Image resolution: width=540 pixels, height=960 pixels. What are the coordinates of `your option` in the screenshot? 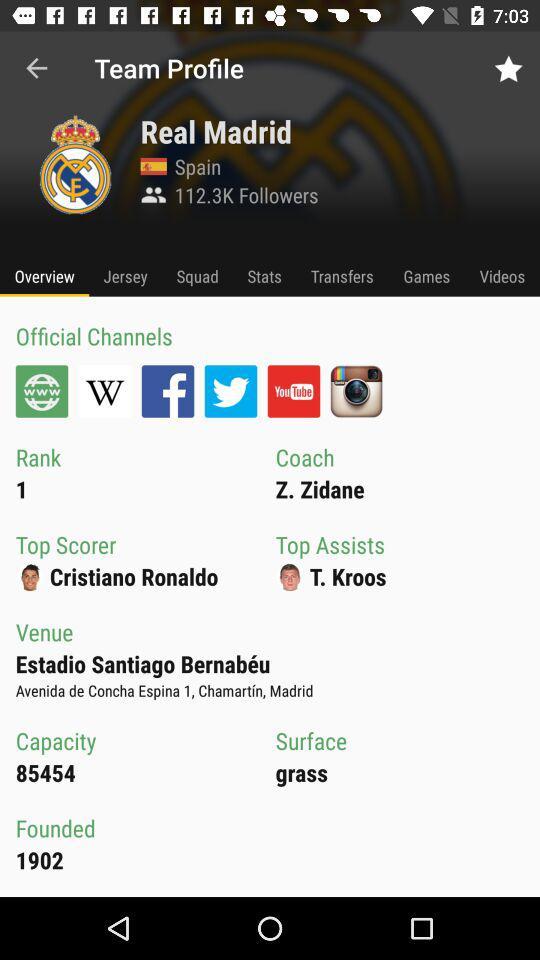 It's located at (292, 390).